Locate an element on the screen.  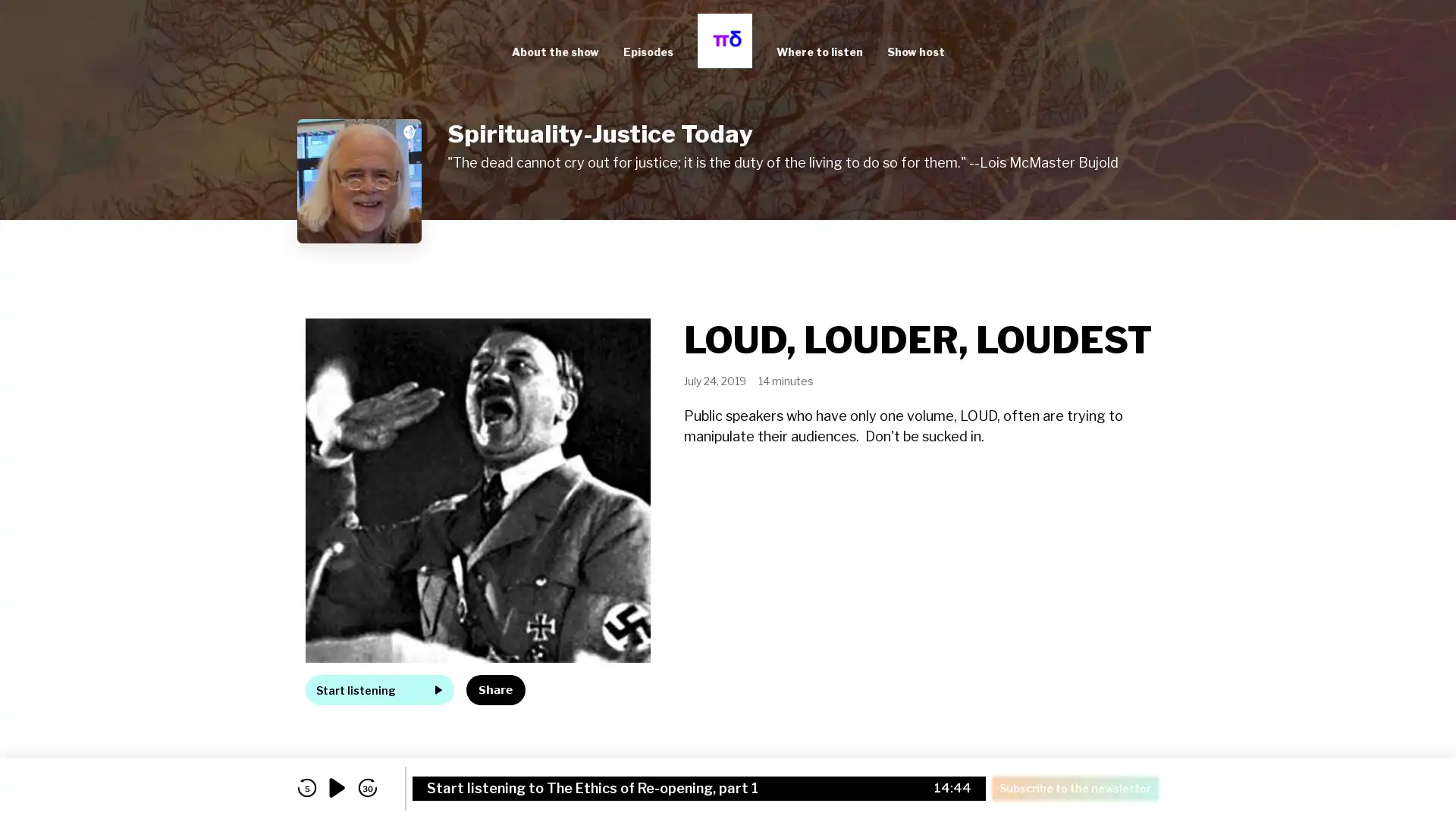
Share is located at coordinates (495, 690).